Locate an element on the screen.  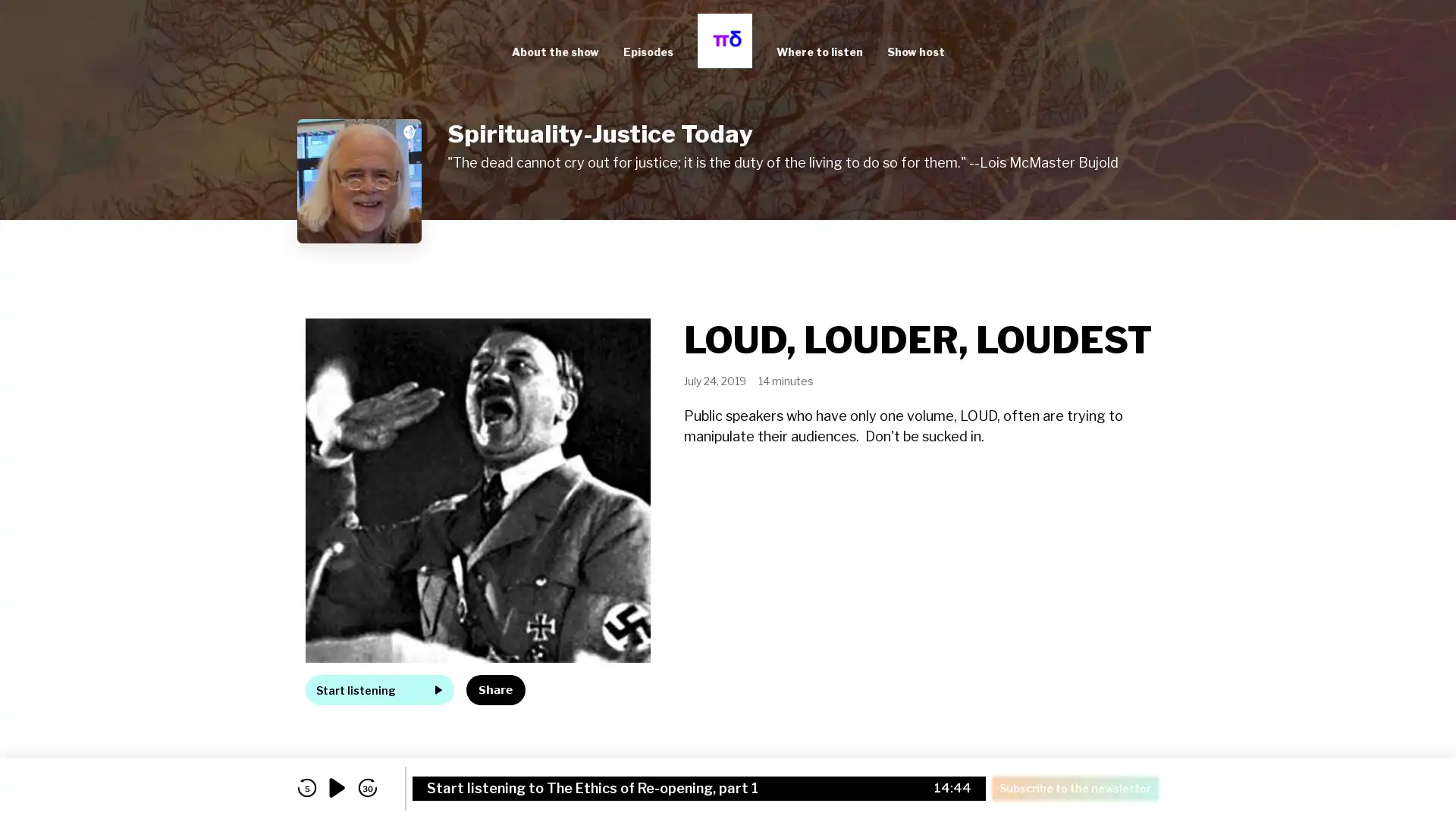
Share is located at coordinates (495, 690).